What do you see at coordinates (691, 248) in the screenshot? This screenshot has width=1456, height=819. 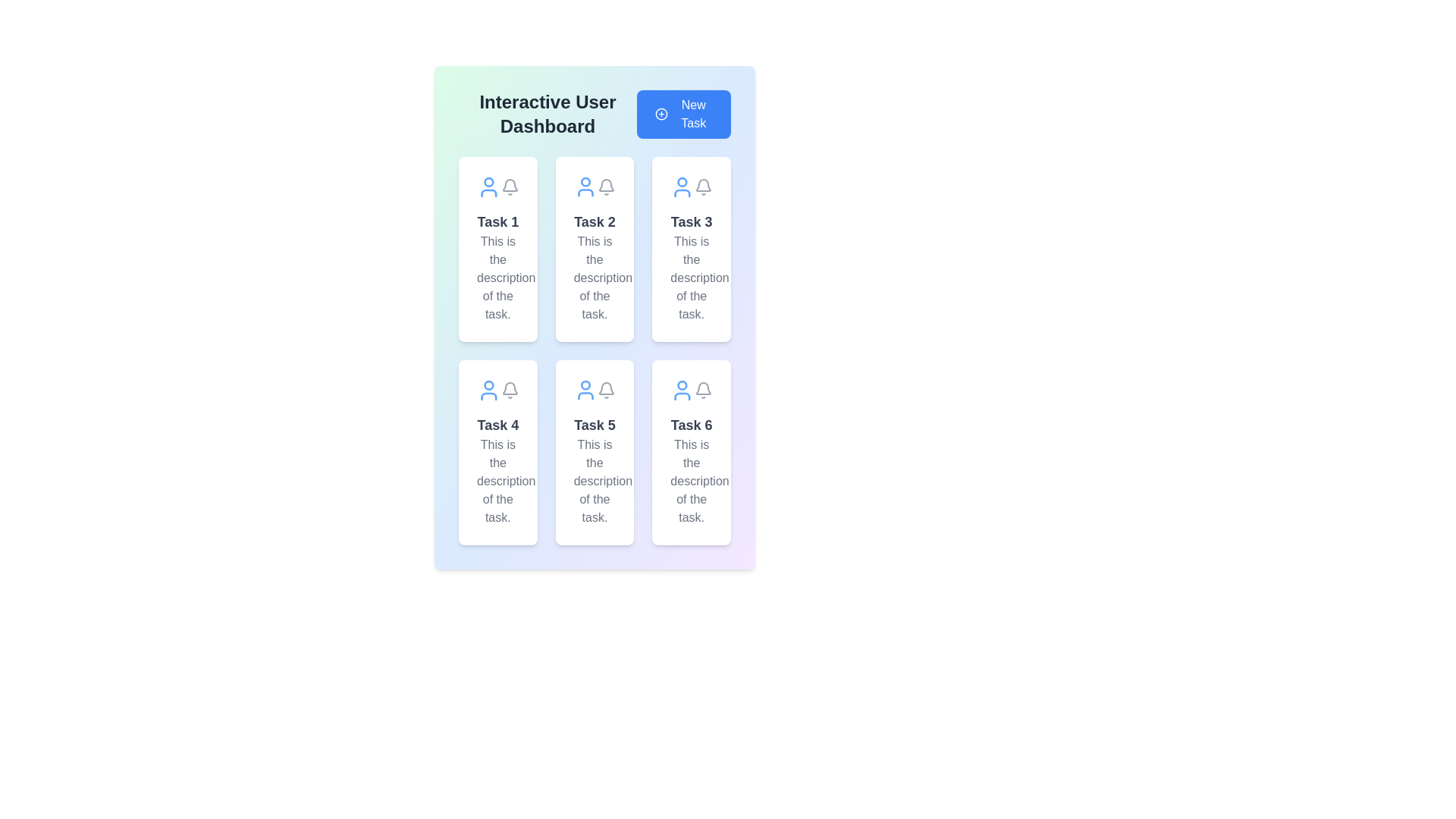 I see `the card labeled 'Task 3' which is located in the third column of the first row of the grid layout` at bounding box center [691, 248].